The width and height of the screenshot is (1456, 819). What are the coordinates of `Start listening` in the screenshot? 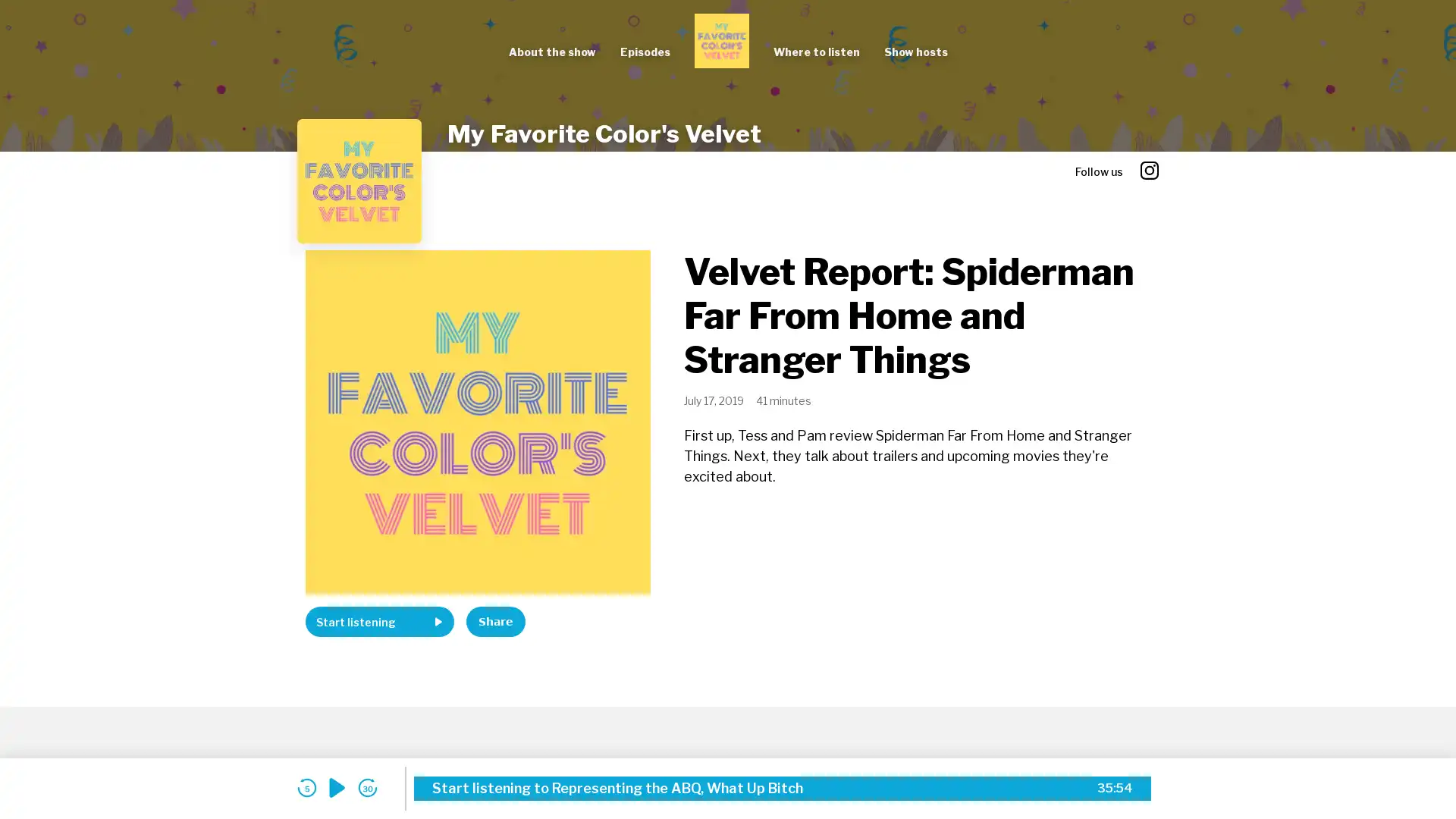 It's located at (379, 622).